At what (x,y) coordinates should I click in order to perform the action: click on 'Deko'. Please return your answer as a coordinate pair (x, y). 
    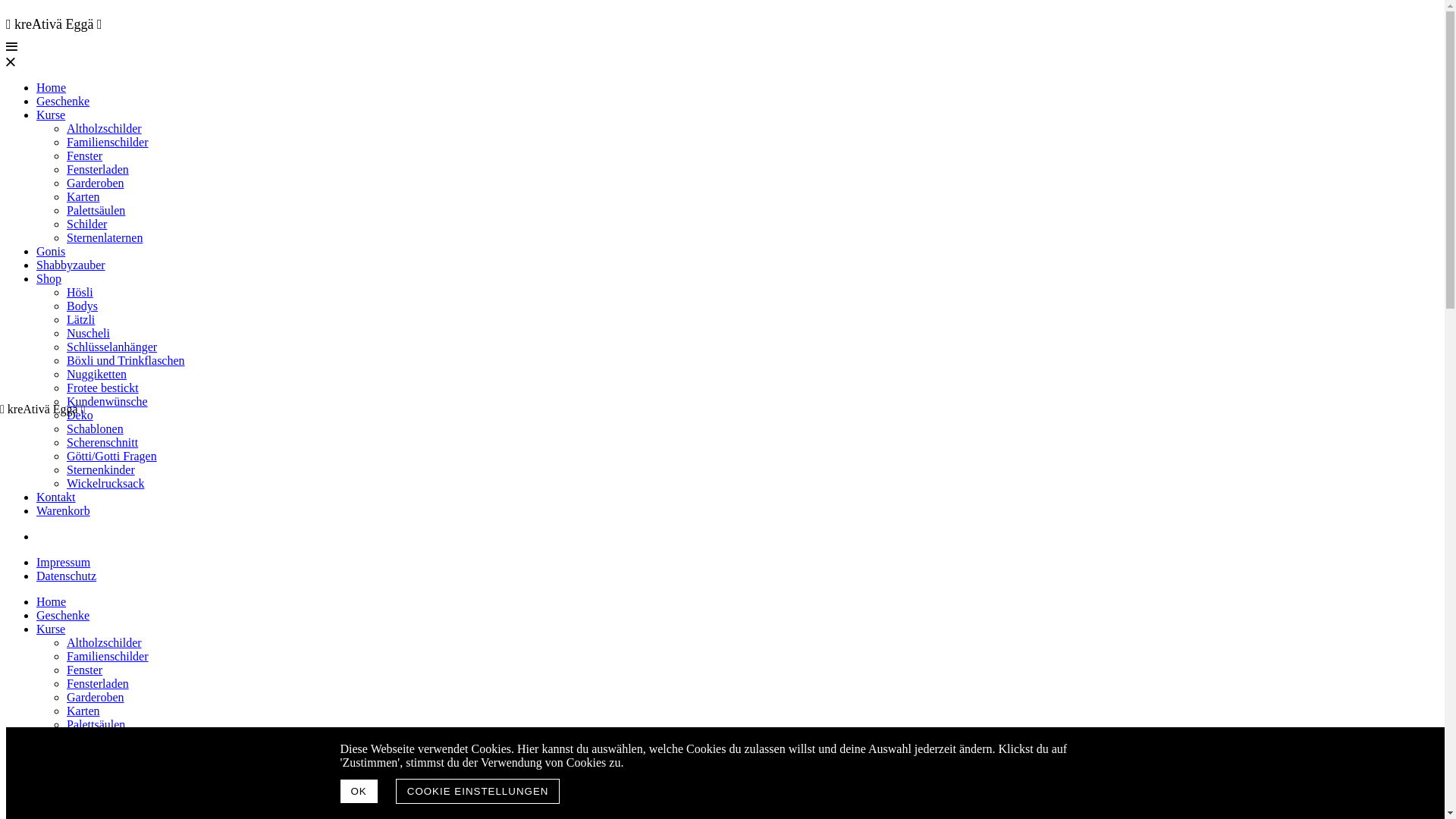
    Looking at the image, I should click on (79, 415).